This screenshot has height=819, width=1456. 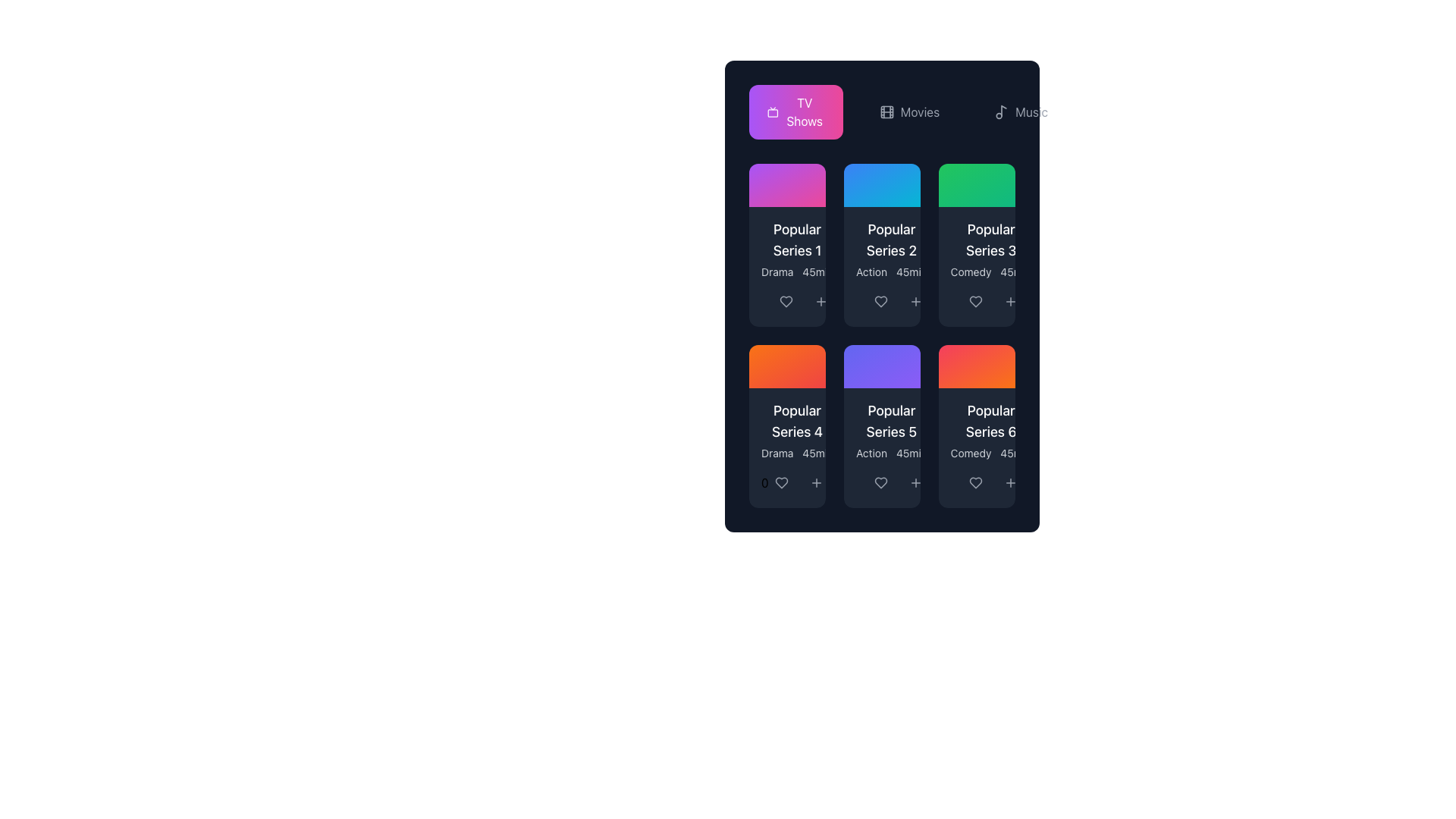 What do you see at coordinates (1004, 110) in the screenshot?
I see `the decorative graphical symbol representing the 'Music' section, located in the top menu bar to the left of the 'Music' label` at bounding box center [1004, 110].